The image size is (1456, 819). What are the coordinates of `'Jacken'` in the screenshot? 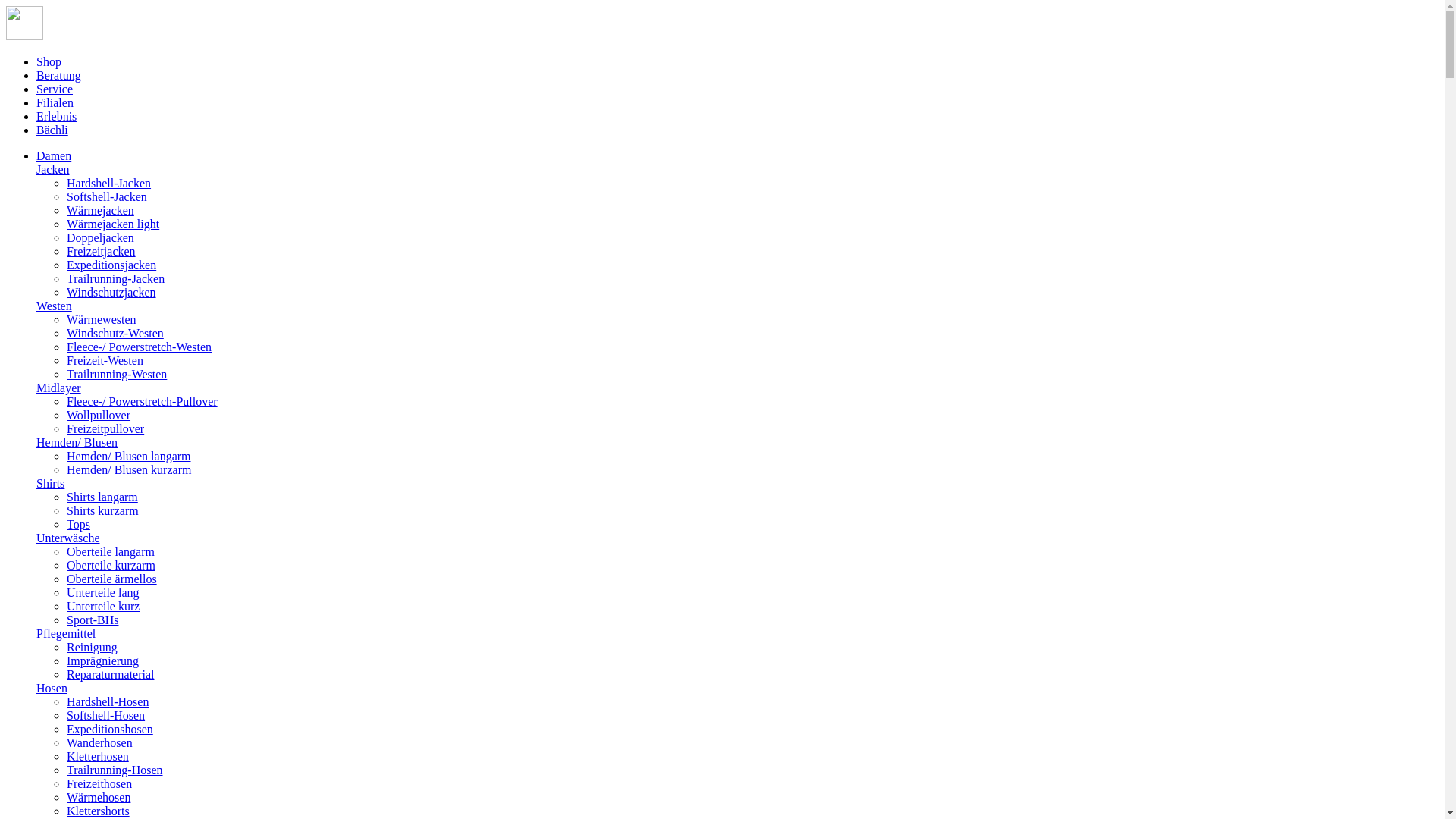 It's located at (53, 169).